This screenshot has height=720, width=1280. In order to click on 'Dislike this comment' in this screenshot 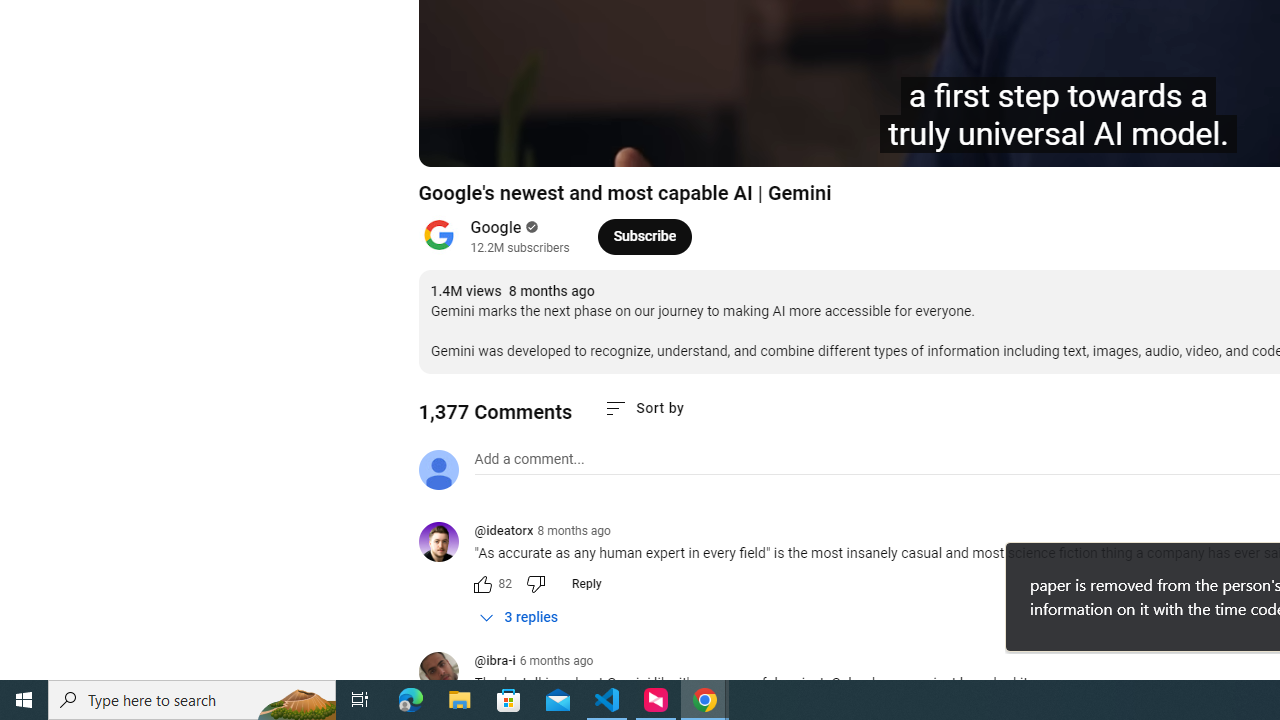, I will do `click(535, 583)`.